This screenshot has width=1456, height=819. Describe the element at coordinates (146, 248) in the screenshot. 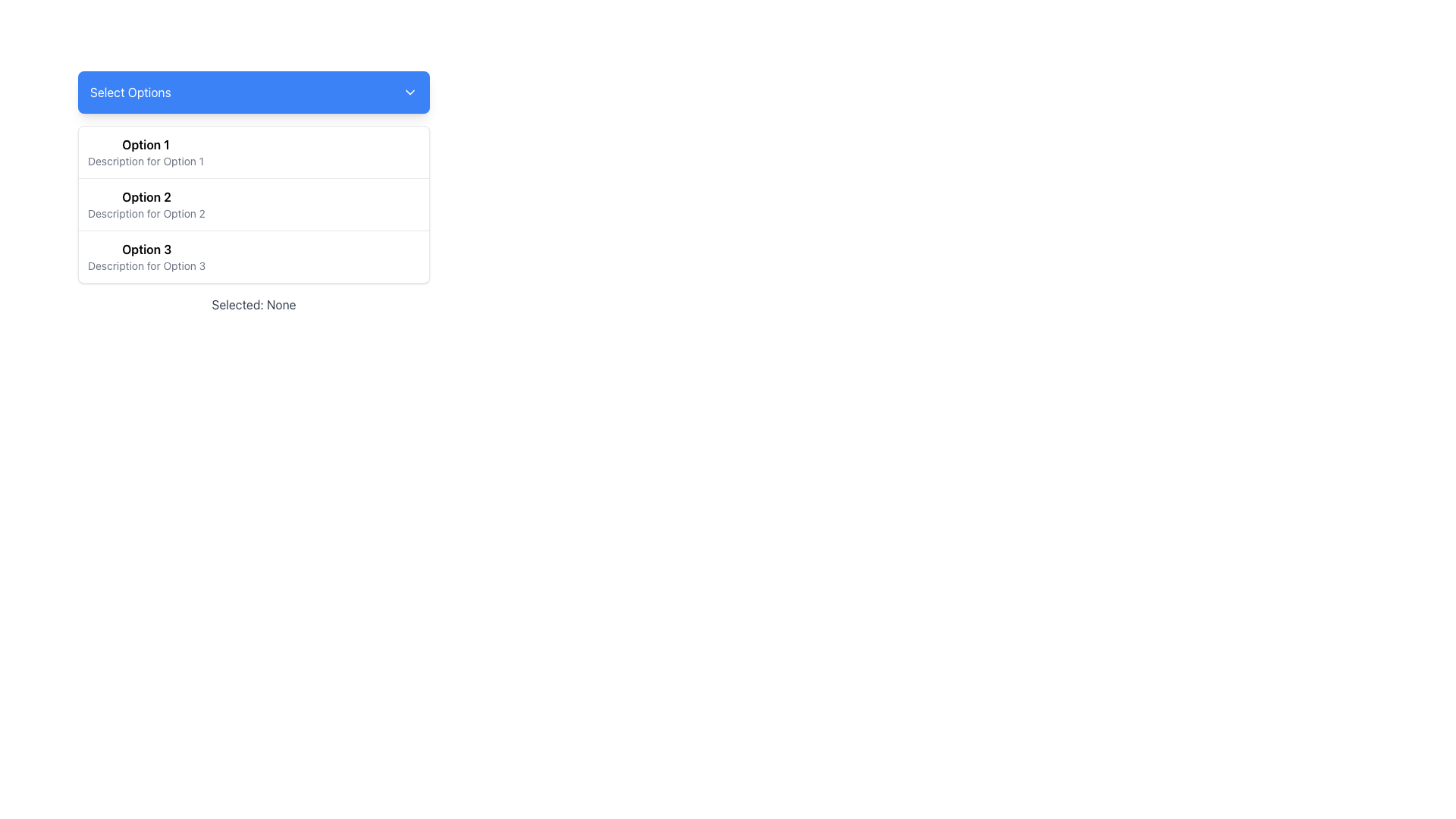

I see `text content of the bold-styled label 'Option 3' in the dropdown list, which is visually distinct with black font on a white background` at that location.